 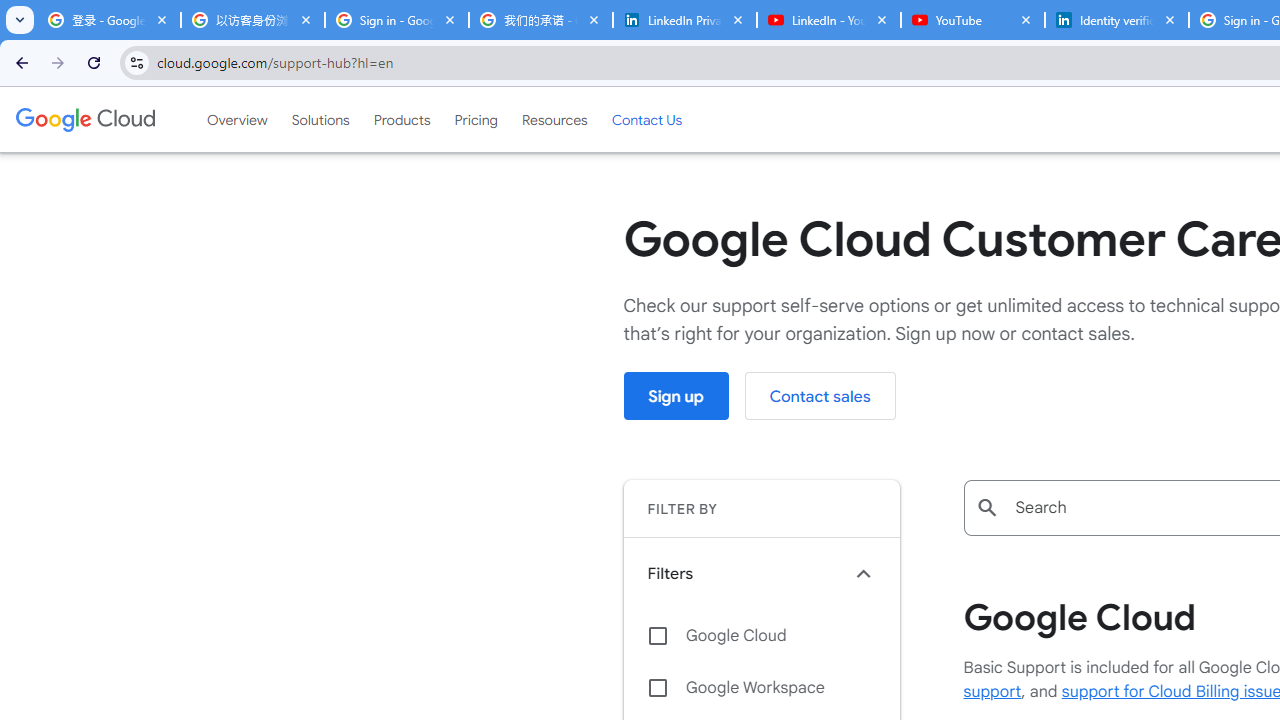 What do you see at coordinates (554, 119) in the screenshot?
I see `'Resources'` at bounding box center [554, 119].